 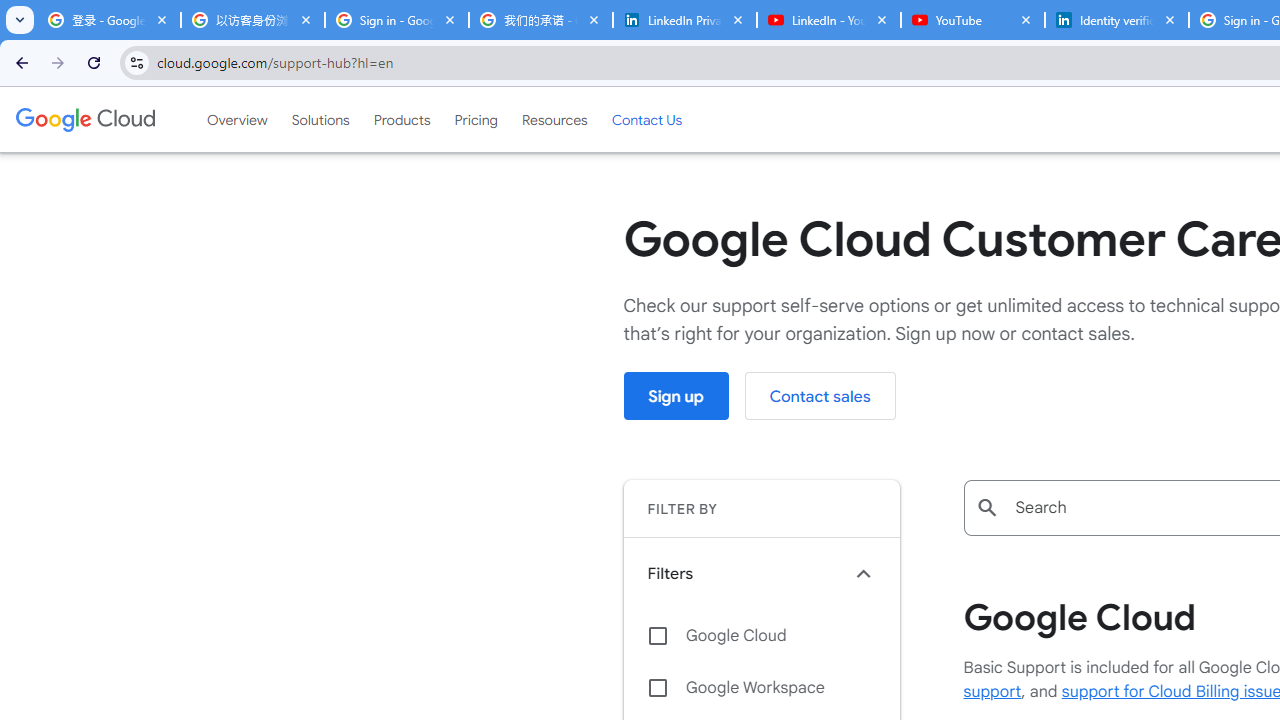 What do you see at coordinates (554, 119) in the screenshot?
I see `'Resources'` at bounding box center [554, 119].